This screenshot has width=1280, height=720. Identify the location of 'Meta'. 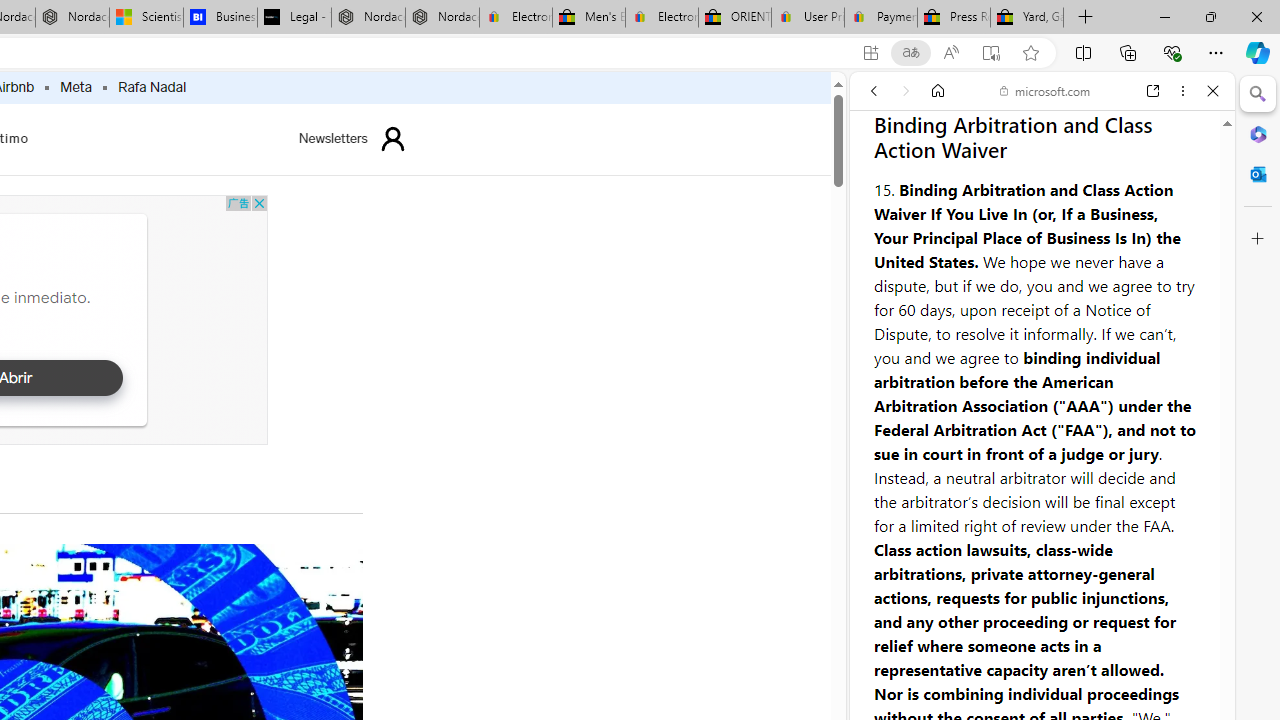
(76, 87).